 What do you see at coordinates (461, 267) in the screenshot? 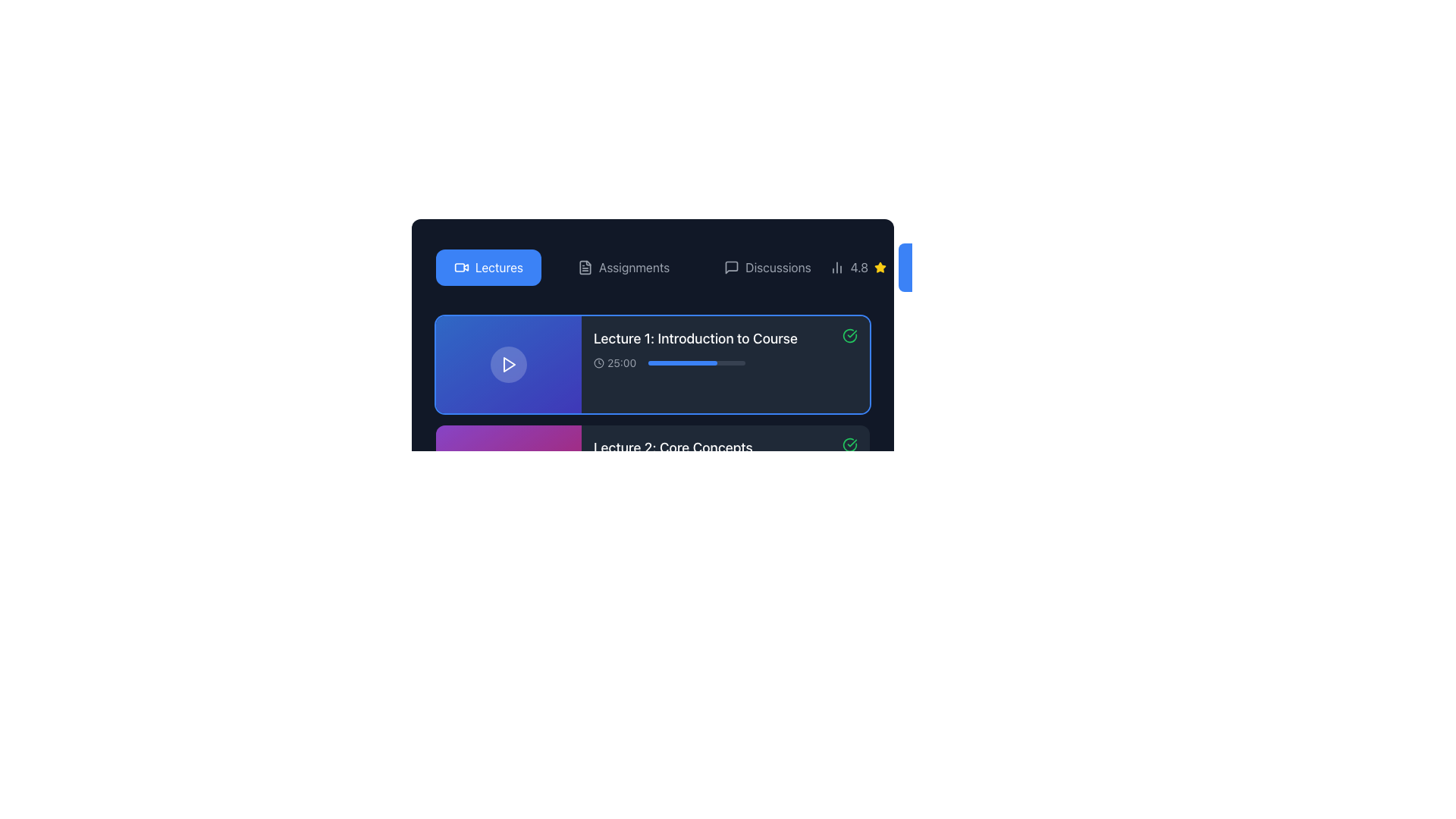
I see `the SVG graphical component that serves as a visual indicator for video-related features, located within the 'Lectures' button in the top-left section of the menu bar` at bounding box center [461, 267].